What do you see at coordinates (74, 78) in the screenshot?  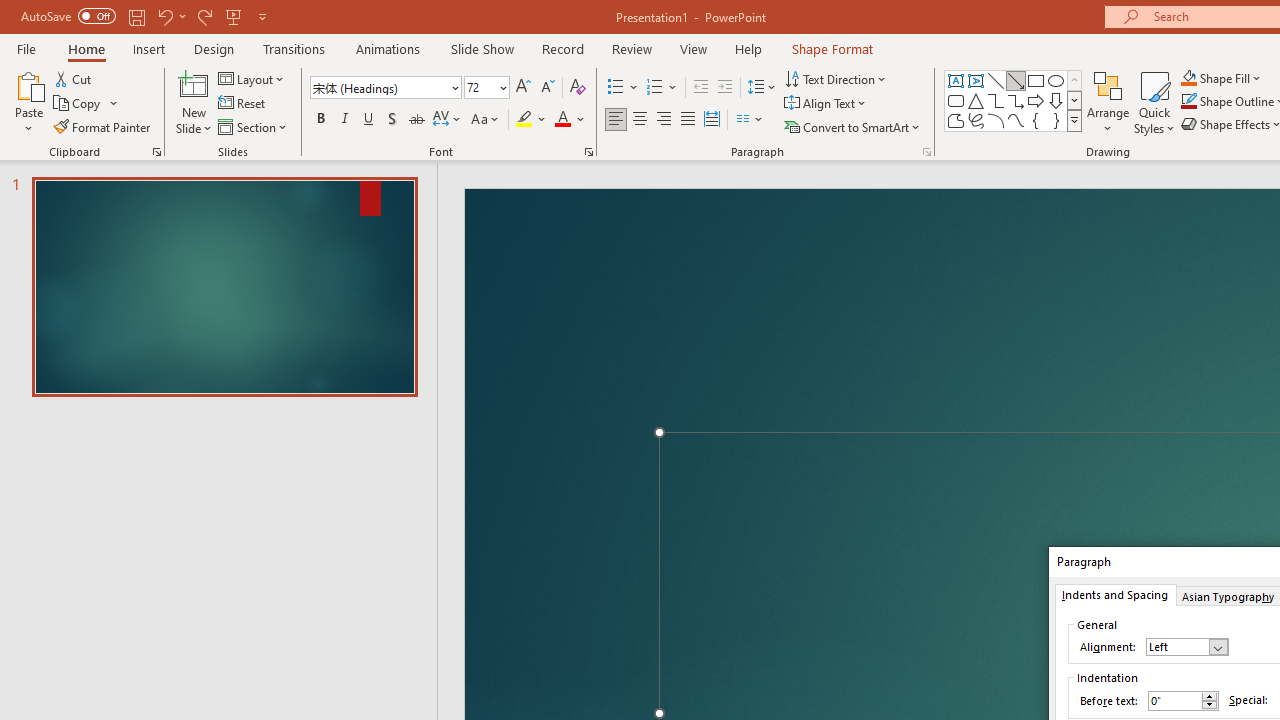 I see `'Cut'` at bounding box center [74, 78].